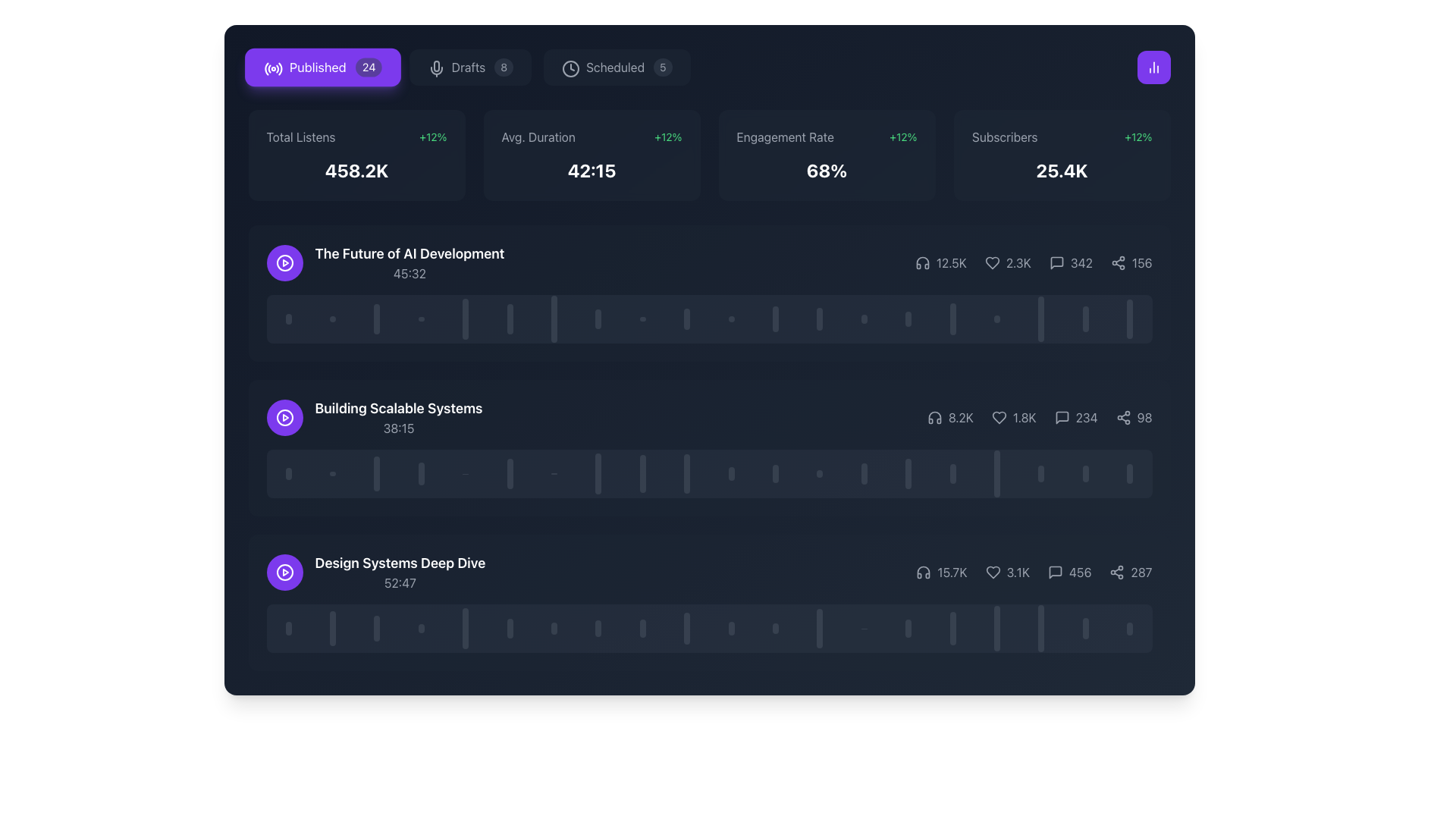  What do you see at coordinates (1040, 472) in the screenshot?
I see `the 18th vertical bar in a sequenced layout of bars, which serves as a graphical indicator of state or value` at bounding box center [1040, 472].